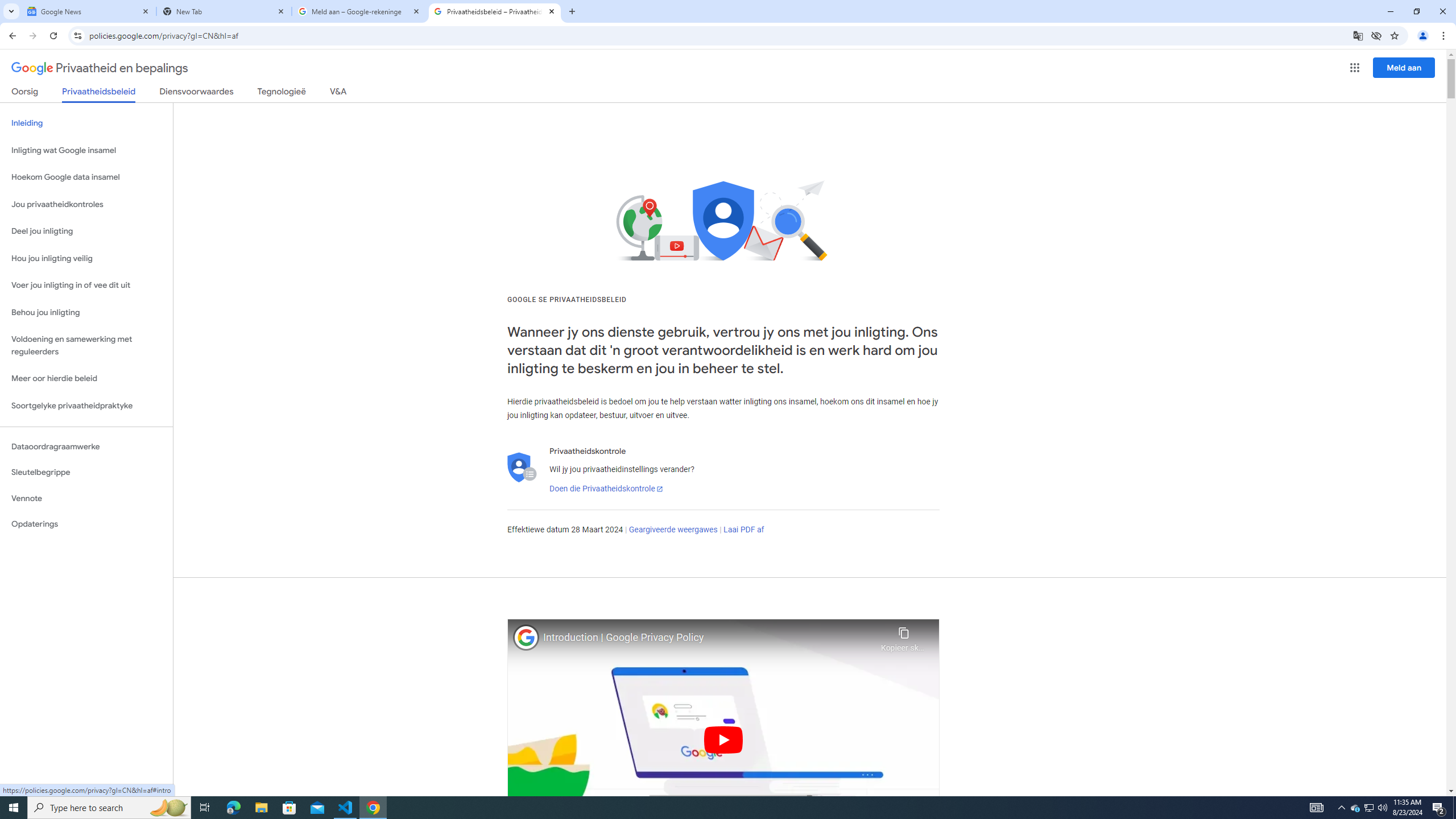  I want to click on 'Translate this page', so click(1358, 35).